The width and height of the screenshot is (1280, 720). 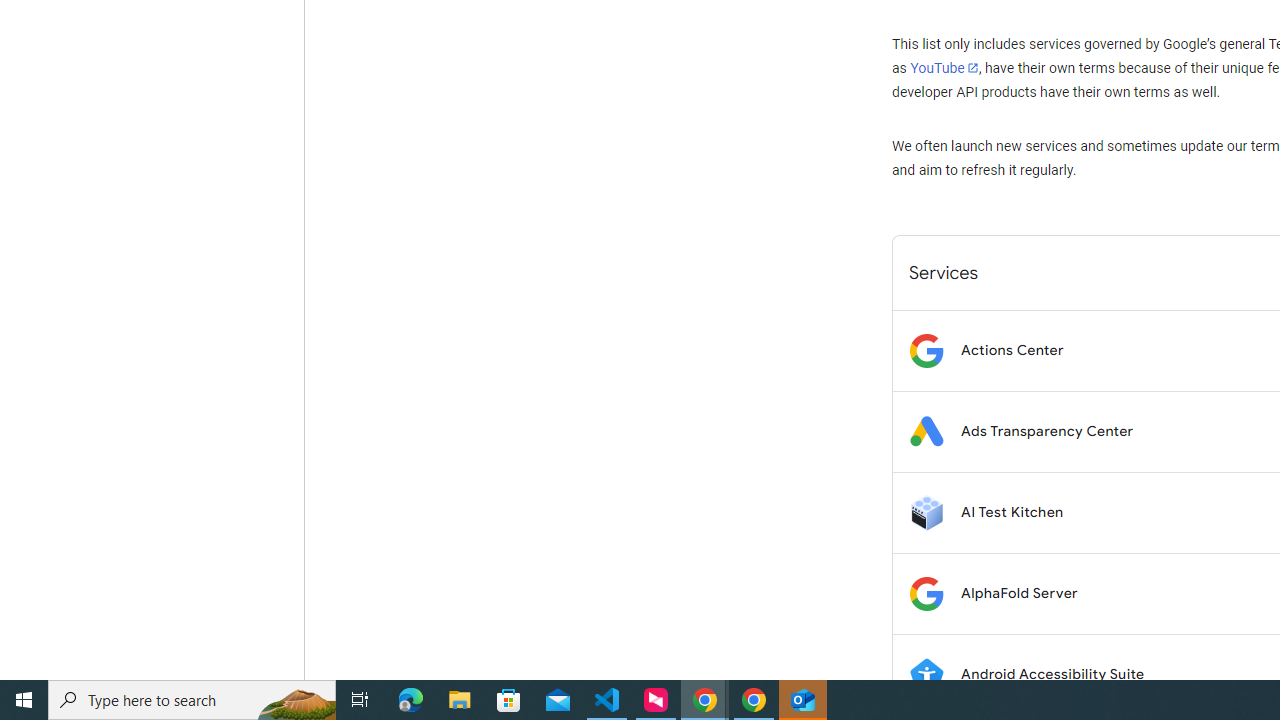 I want to click on 'Logo for Ads Transparency Center', so click(x=925, y=430).